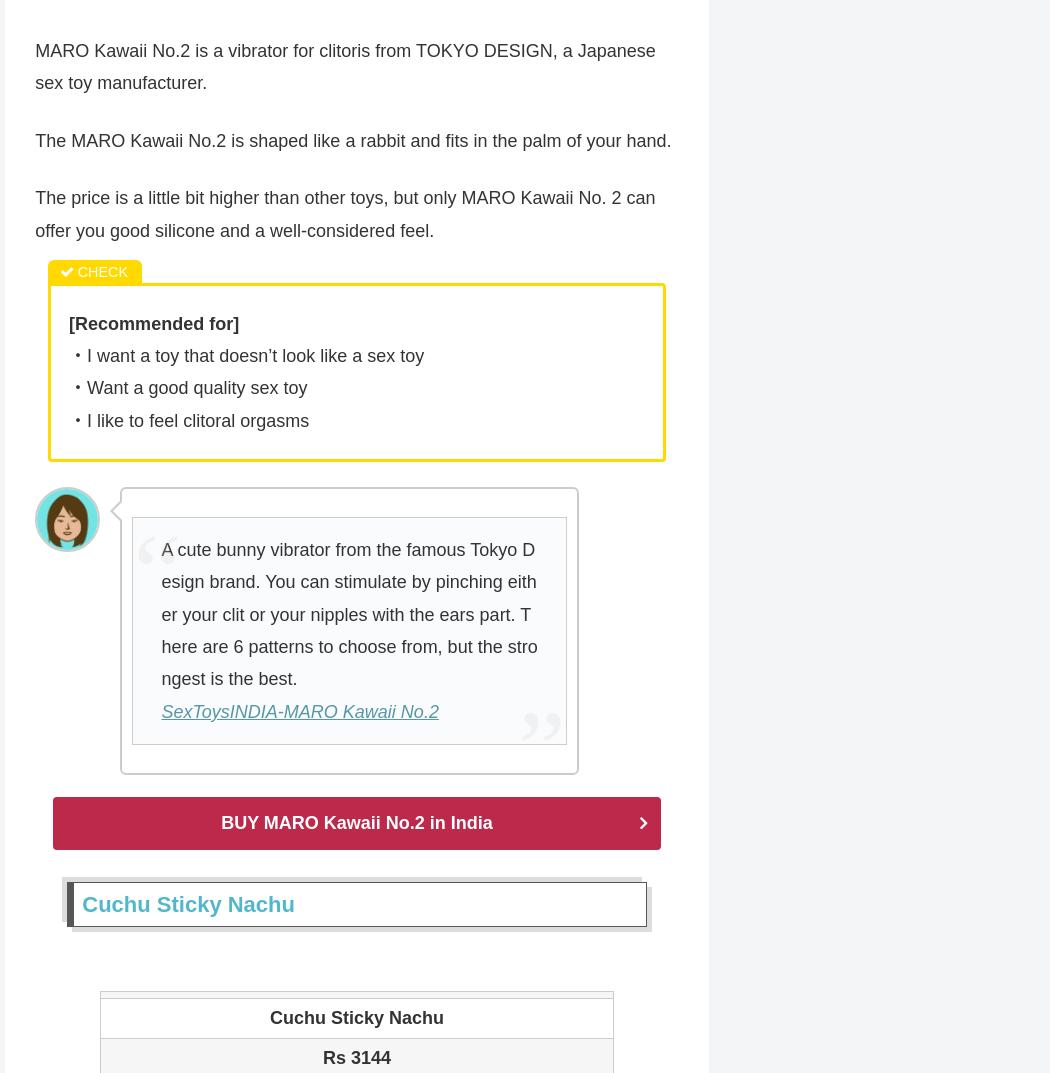 The width and height of the screenshot is (1050, 1073). I want to click on 'Rs 3144', so click(355, 1059).